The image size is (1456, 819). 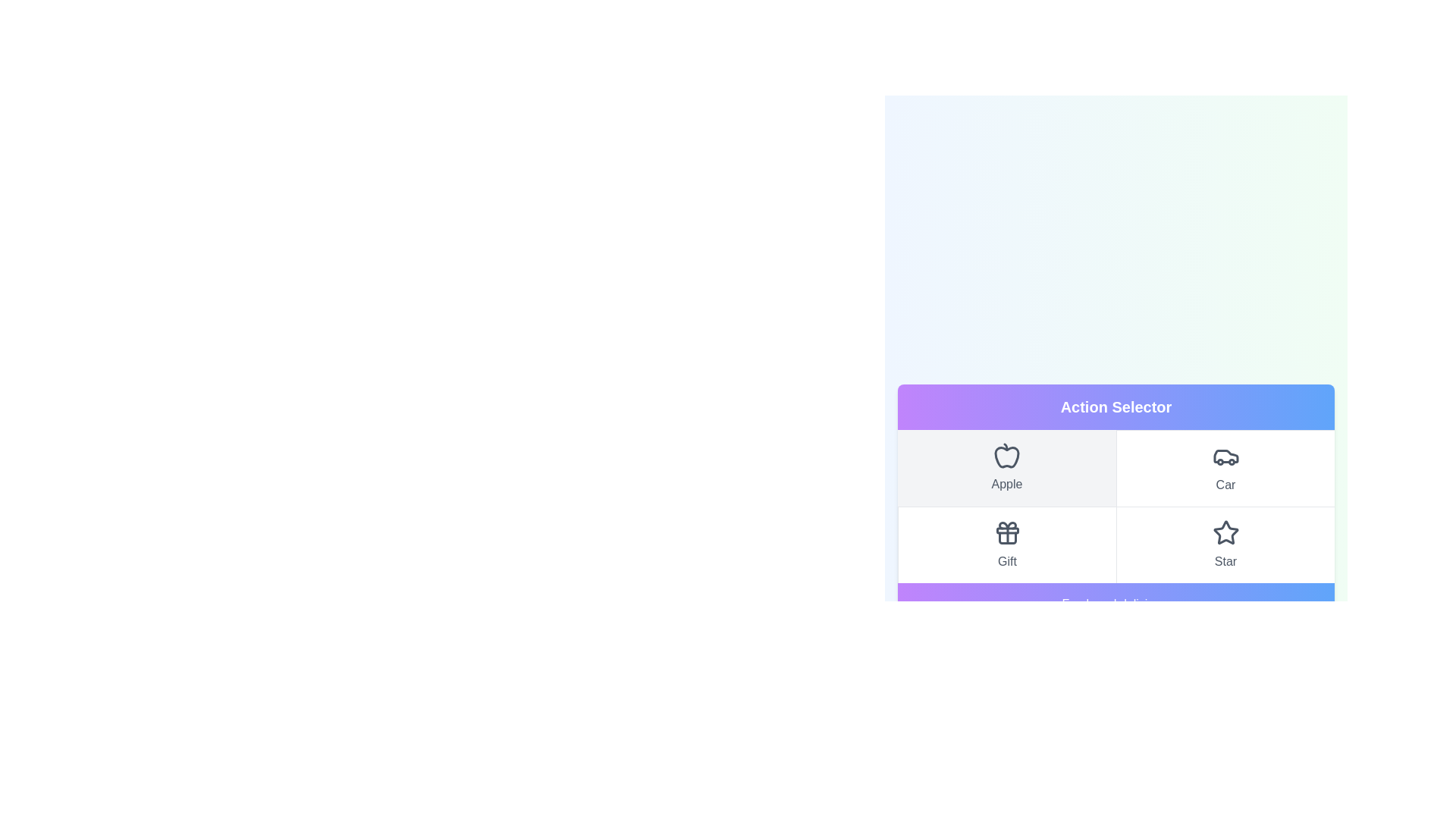 What do you see at coordinates (1225, 543) in the screenshot?
I see `the 'Star' button located in the bottom-right cell of the 2x2 grid layout, beneath the 'Car' element` at bounding box center [1225, 543].